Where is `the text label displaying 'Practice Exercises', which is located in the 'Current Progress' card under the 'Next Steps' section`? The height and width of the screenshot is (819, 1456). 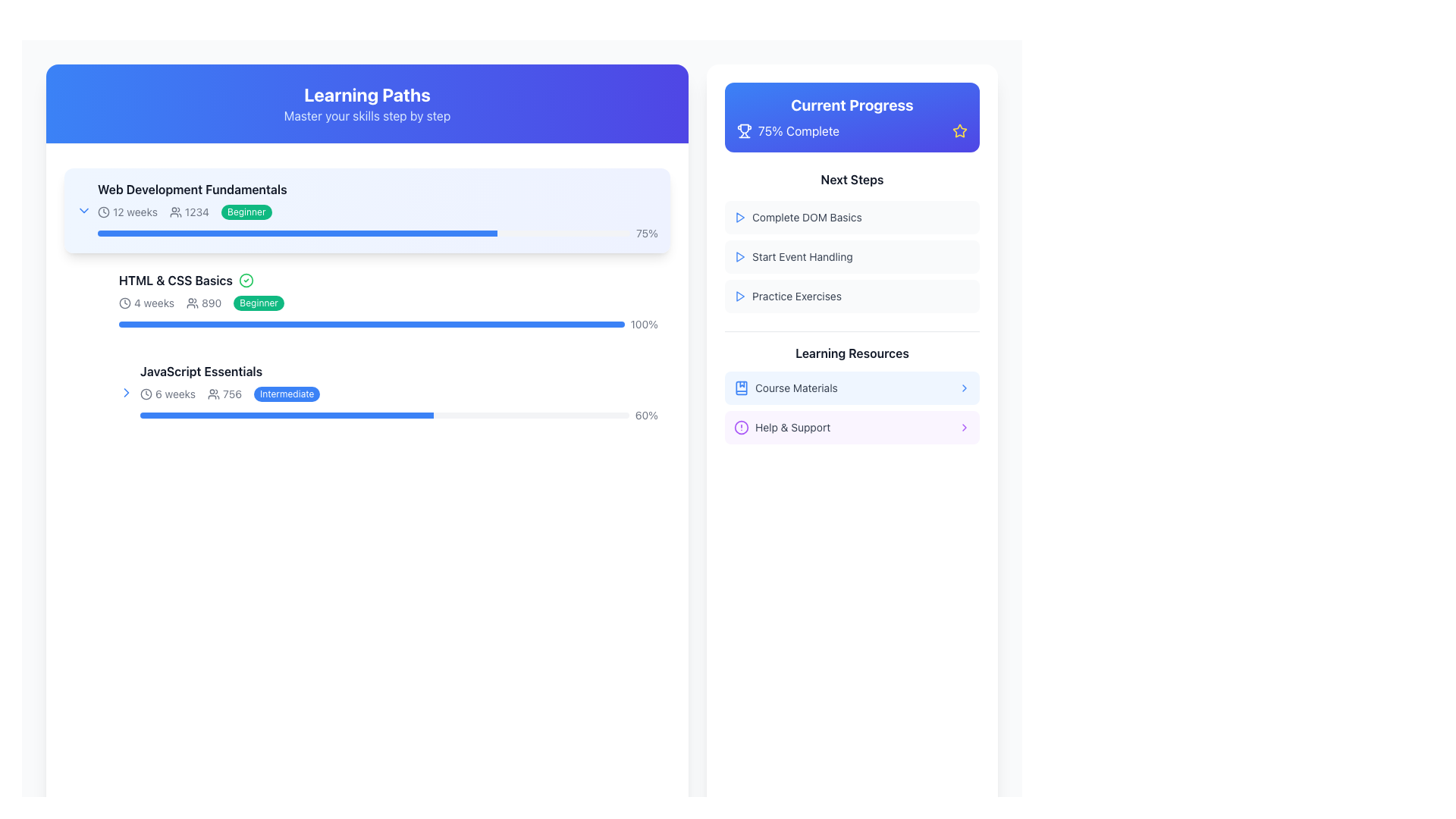
the text label displaying 'Practice Exercises', which is located in the 'Current Progress' card under the 'Next Steps' section is located at coordinates (796, 296).